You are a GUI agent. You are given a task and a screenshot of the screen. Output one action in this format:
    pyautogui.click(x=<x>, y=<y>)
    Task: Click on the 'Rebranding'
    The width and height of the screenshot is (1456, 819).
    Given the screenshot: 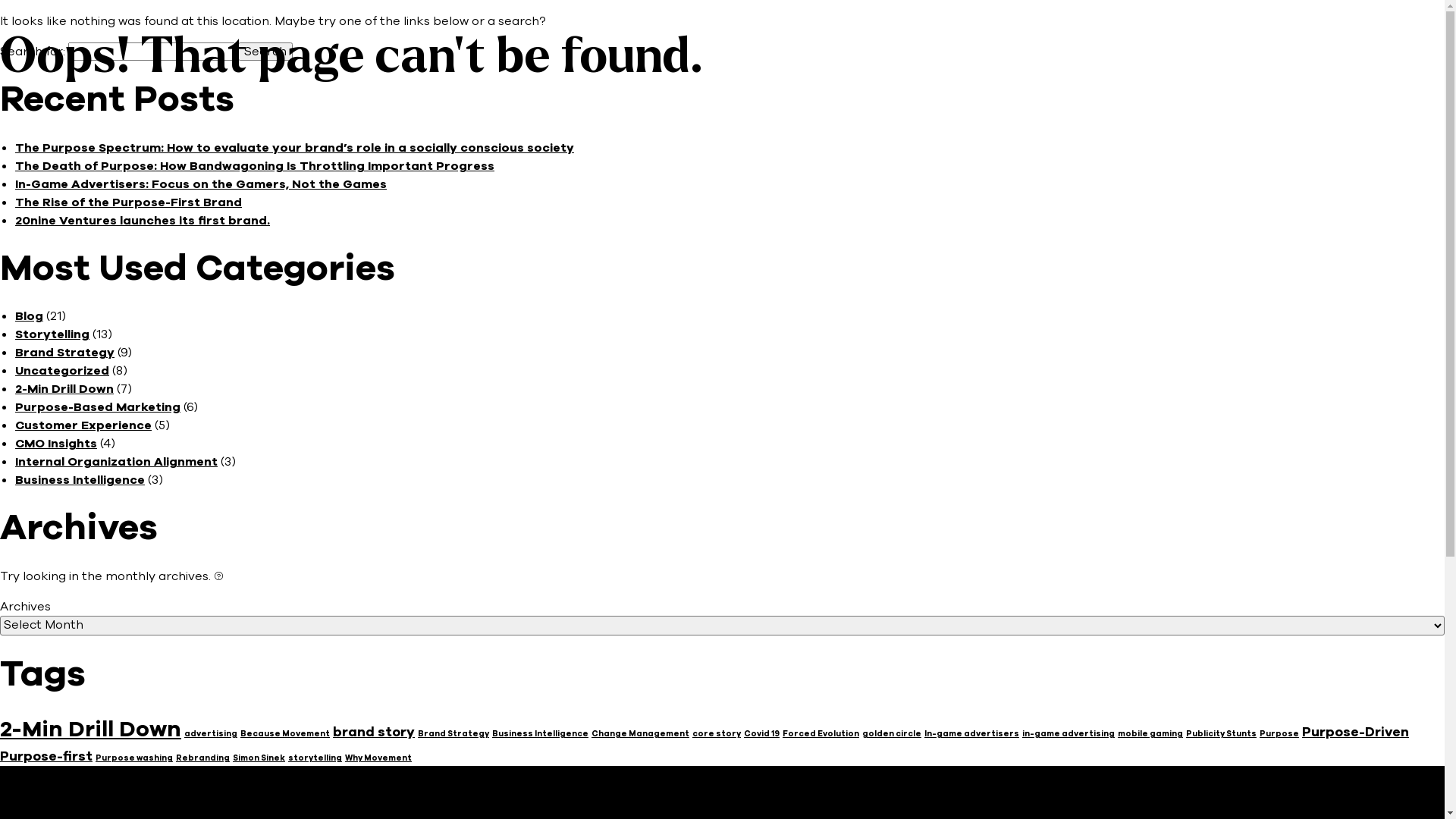 What is the action you would take?
    pyautogui.click(x=202, y=758)
    